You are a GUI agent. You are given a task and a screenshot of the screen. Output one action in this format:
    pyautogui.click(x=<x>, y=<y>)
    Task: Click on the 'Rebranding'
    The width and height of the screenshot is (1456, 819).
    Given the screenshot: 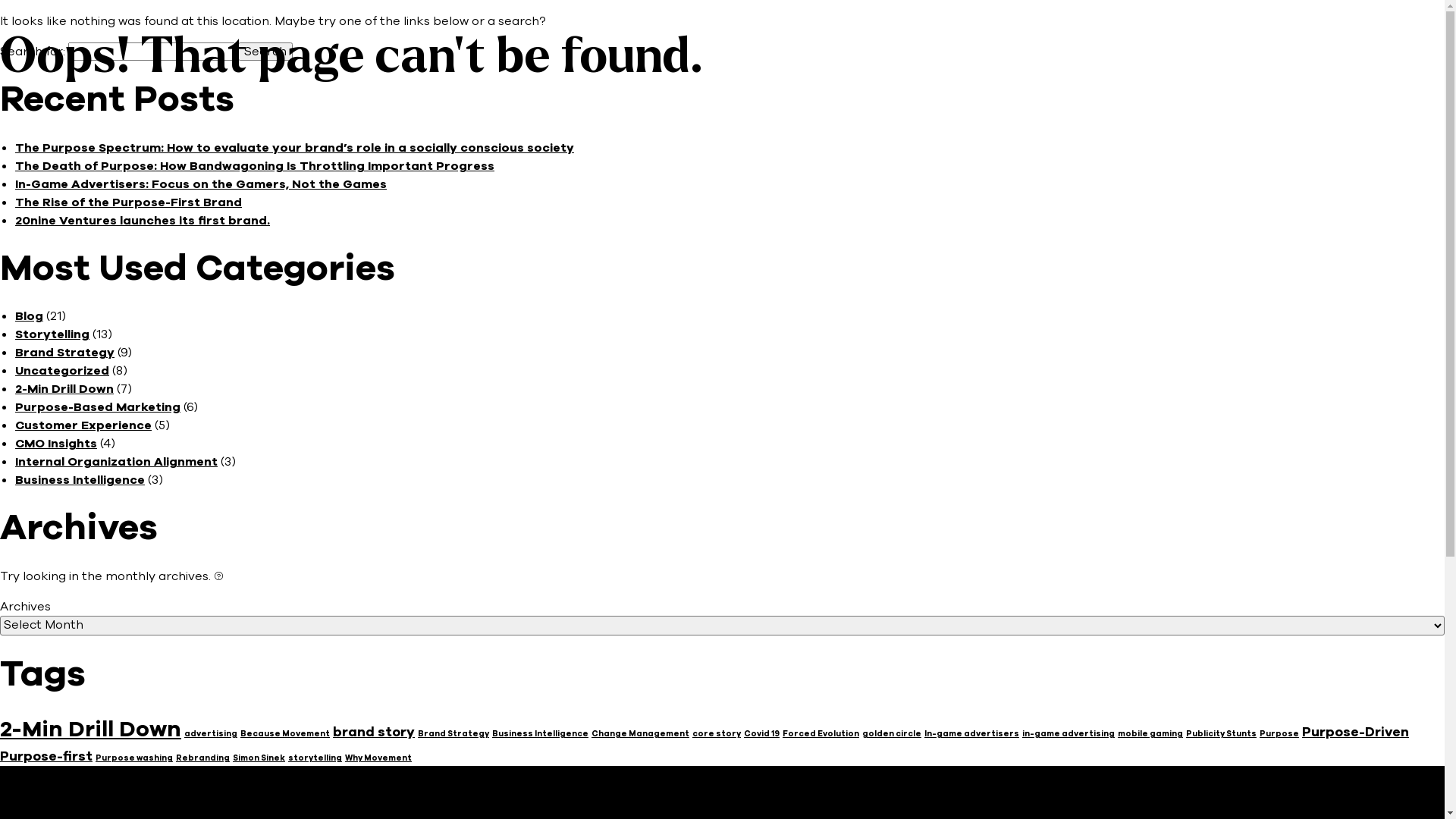 What is the action you would take?
    pyautogui.click(x=202, y=758)
    